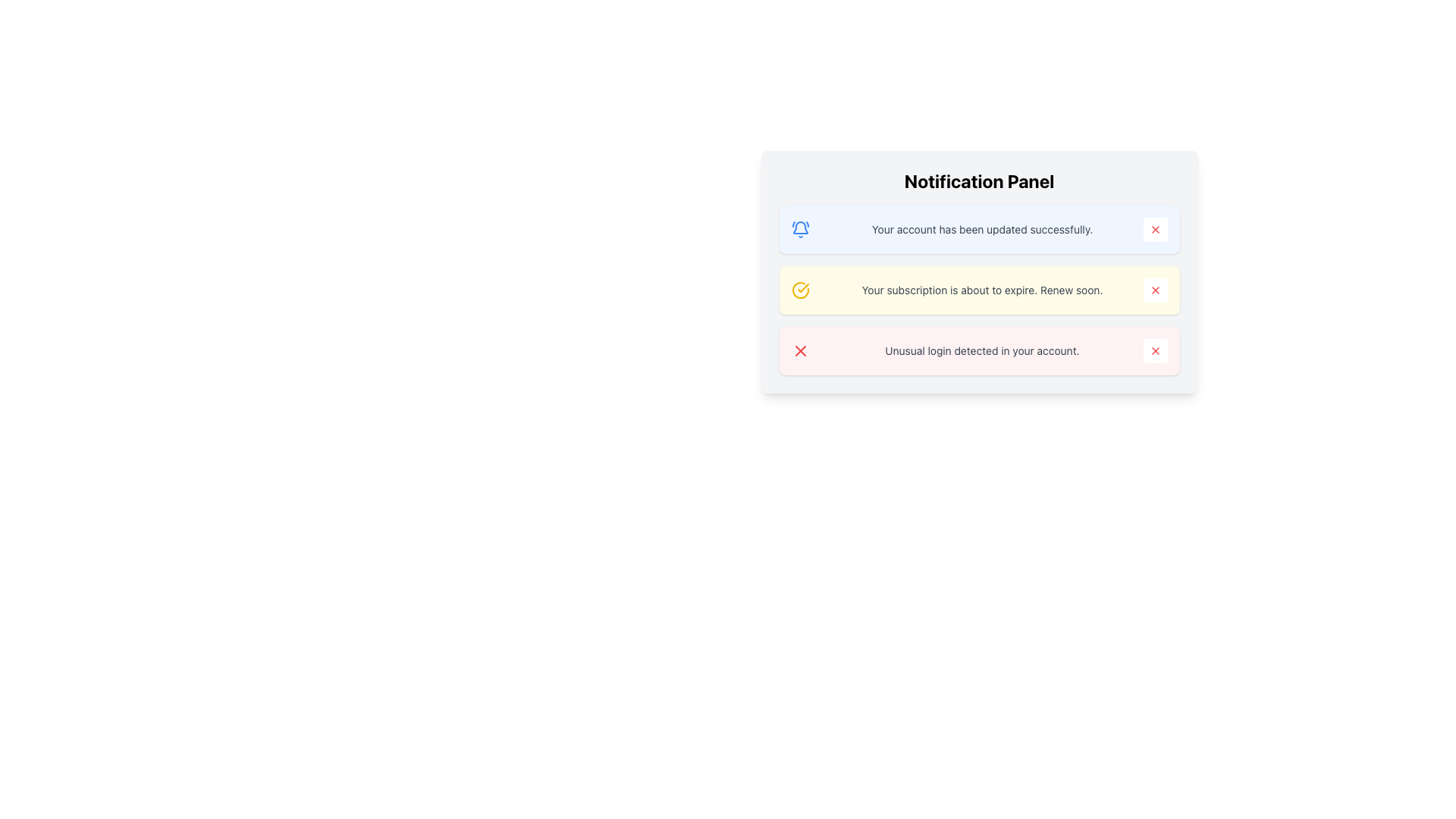 The height and width of the screenshot is (819, 1456). Describe the element at coordinates (982, 290) in the screenshot. I see `the informational text element that notifies the user about their subscription expiration, located in the second notification box with a light yellow background` at that location.